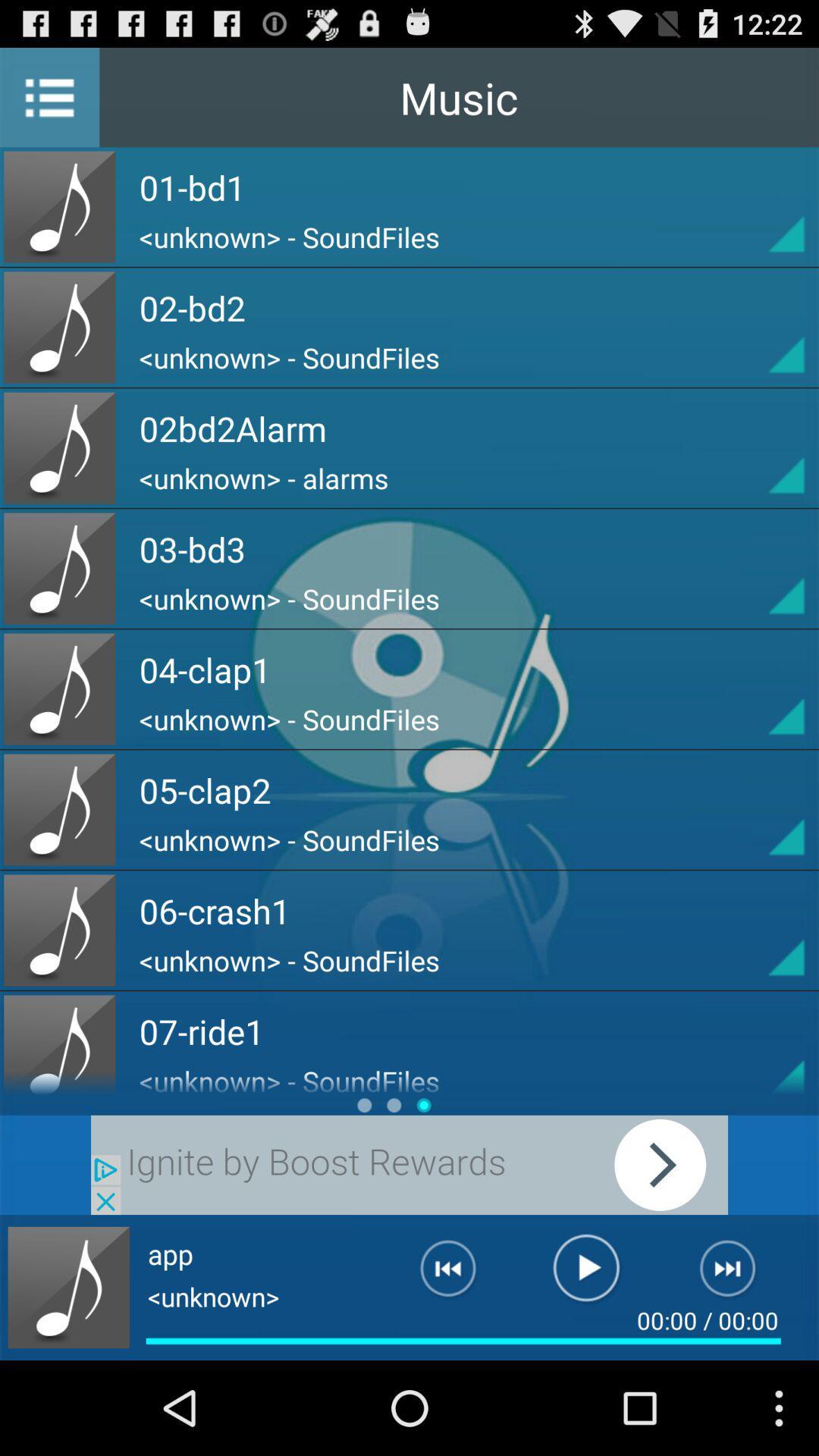 This screenshot has height=1456, width=819. I want to click on details about the song, so click(759, 206).